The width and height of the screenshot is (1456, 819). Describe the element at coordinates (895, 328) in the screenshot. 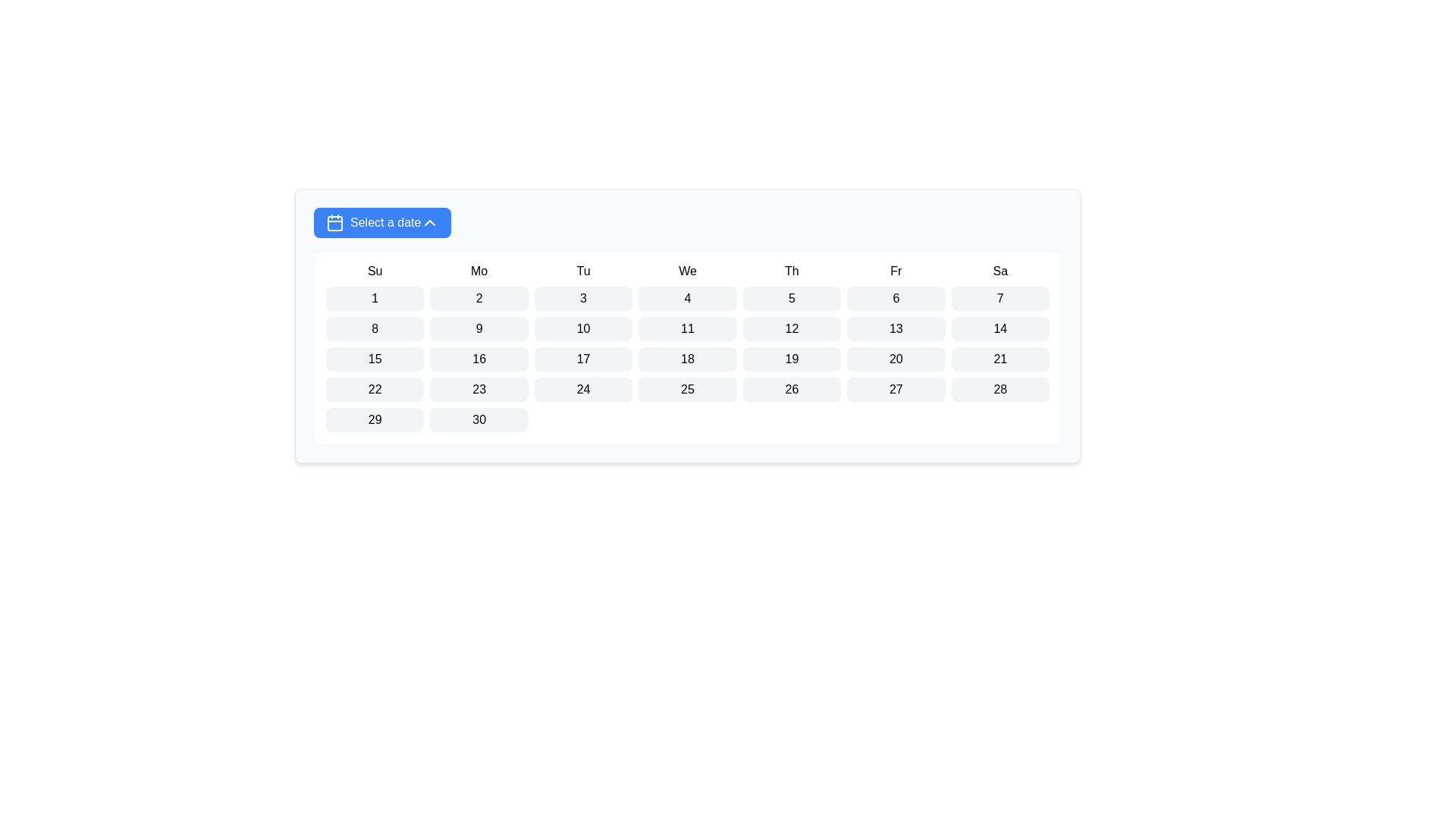

I see `the button with the number '13' centered in black text, which is located in the sixth column of the third row under 'Fr'` at that location.